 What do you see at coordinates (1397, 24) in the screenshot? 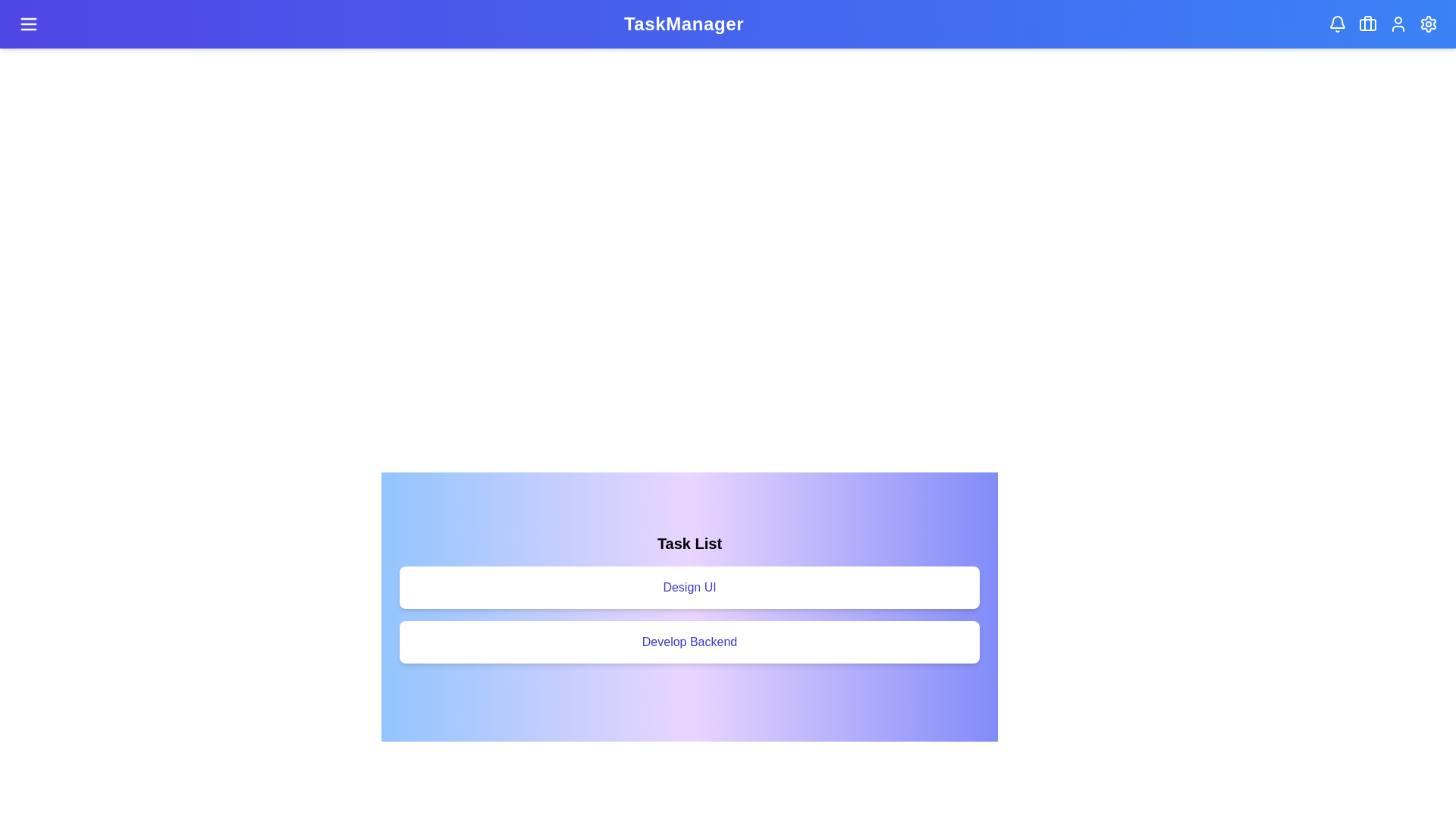
I see `the user profile header icon` at bounding box center [1397, 24].